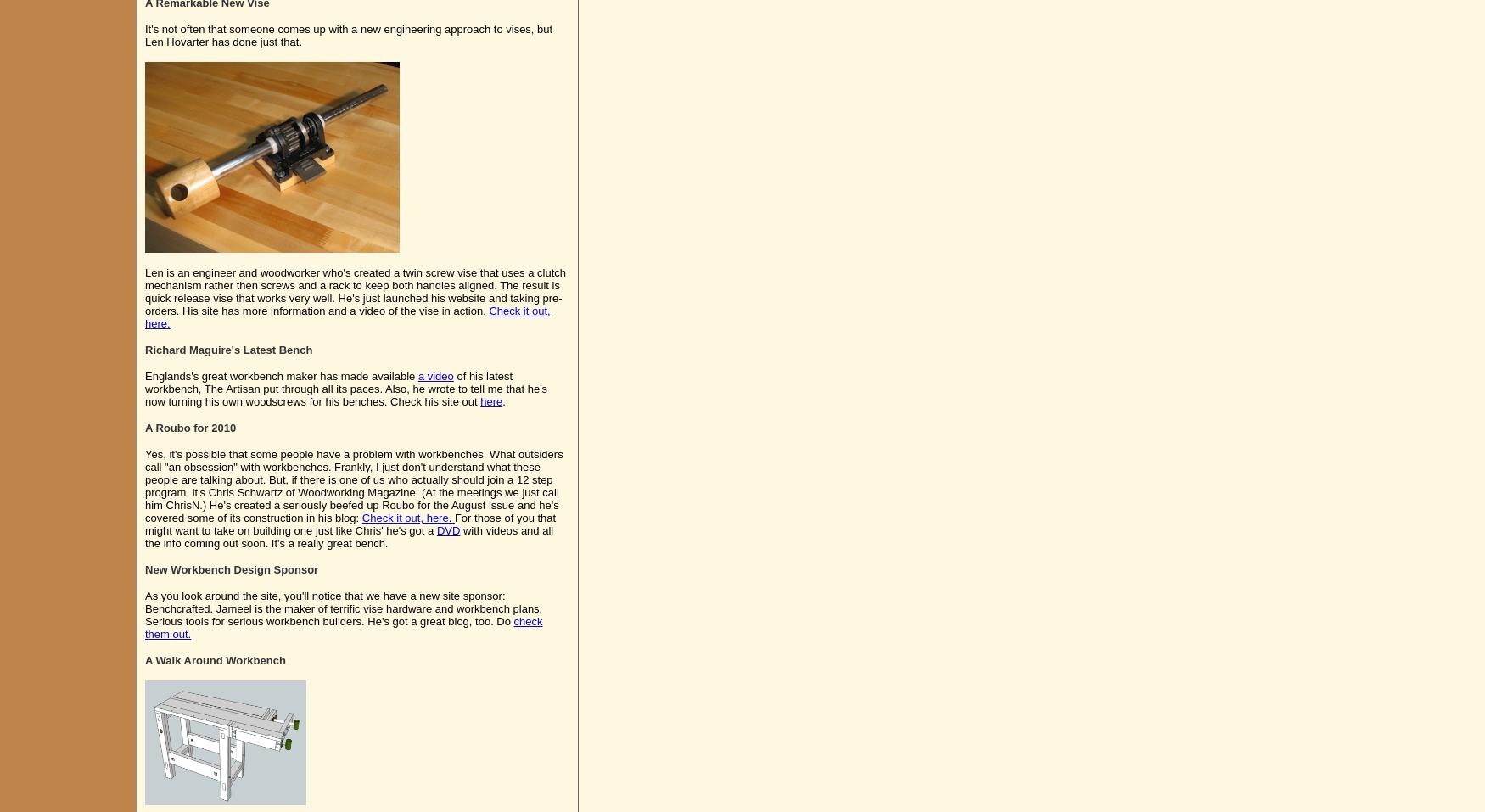 This screenshot has width=1485, height=812. I want to click on 'New Workbench Design Sponsor', so click(143, 569).